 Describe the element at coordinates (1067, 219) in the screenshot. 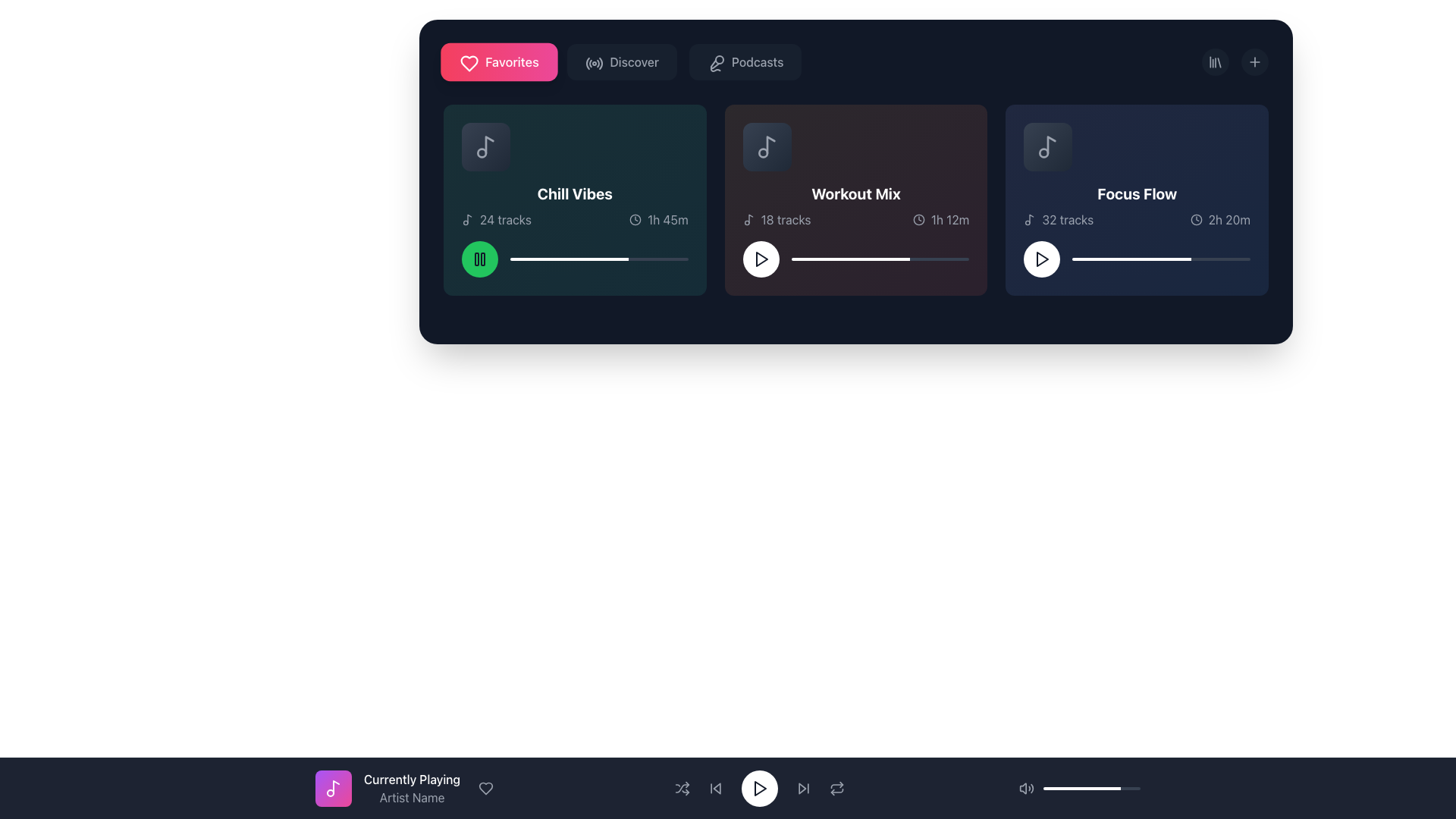

I see `the static text label that reads '32 tracks', which is styled with a light font color against a dark background, located at the bottom of the third card in a horizontal list of music collections` at that location.